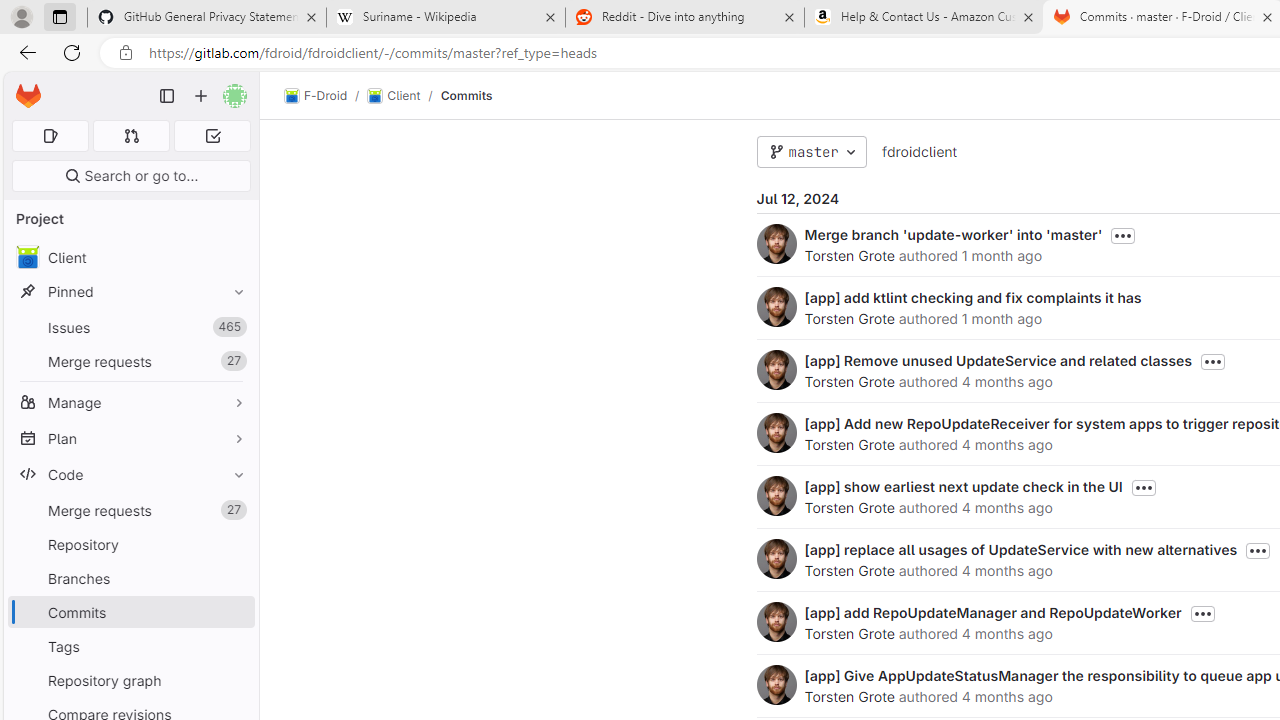 The height and width of the screenshot is (720, 1280). I want to click on 'Reddit - Dive into anything', so click(684, 17).